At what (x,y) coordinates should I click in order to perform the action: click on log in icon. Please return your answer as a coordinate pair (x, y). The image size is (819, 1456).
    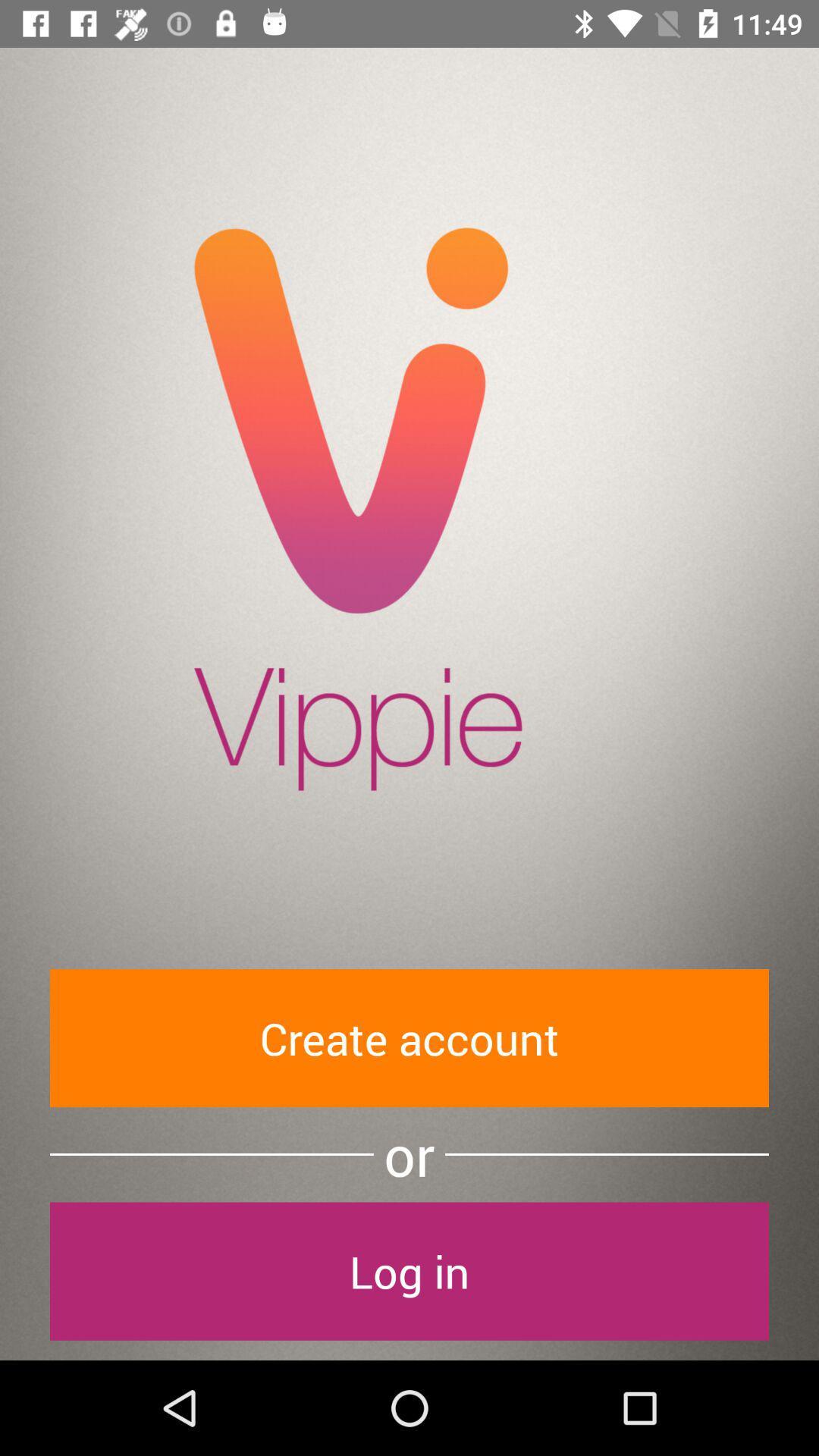
    Looking at the image, I should click on (409, 1271).